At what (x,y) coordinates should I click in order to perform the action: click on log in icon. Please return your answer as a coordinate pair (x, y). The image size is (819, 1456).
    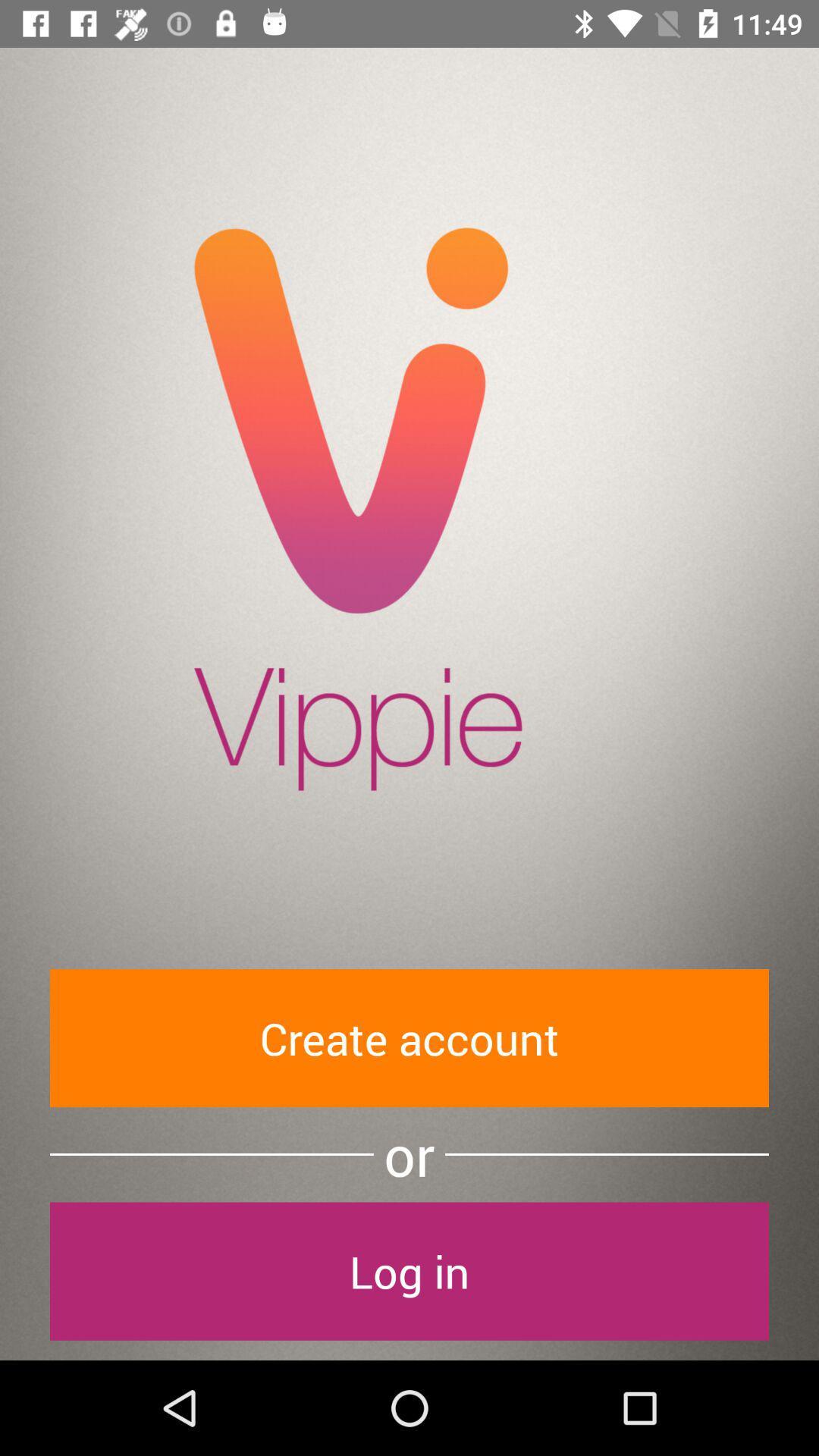
    Looking at the image, I should click on (409, 1271).